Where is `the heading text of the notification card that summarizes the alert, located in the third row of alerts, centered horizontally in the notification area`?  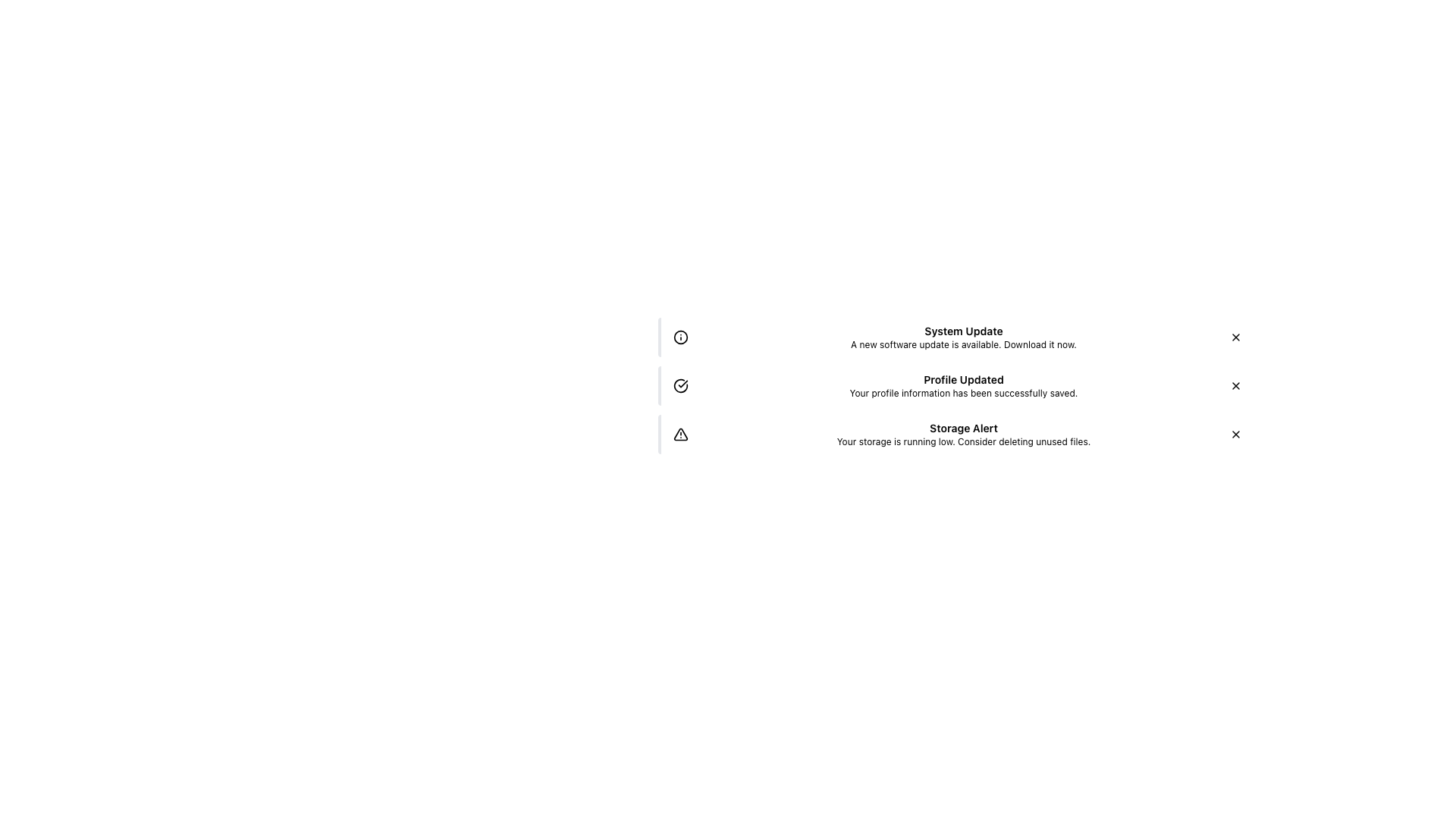
the heading text of the notification card that summarizes the alert, located in the third row of alerts, centered horizontally in the notification area is located at coordinates (963, 428).